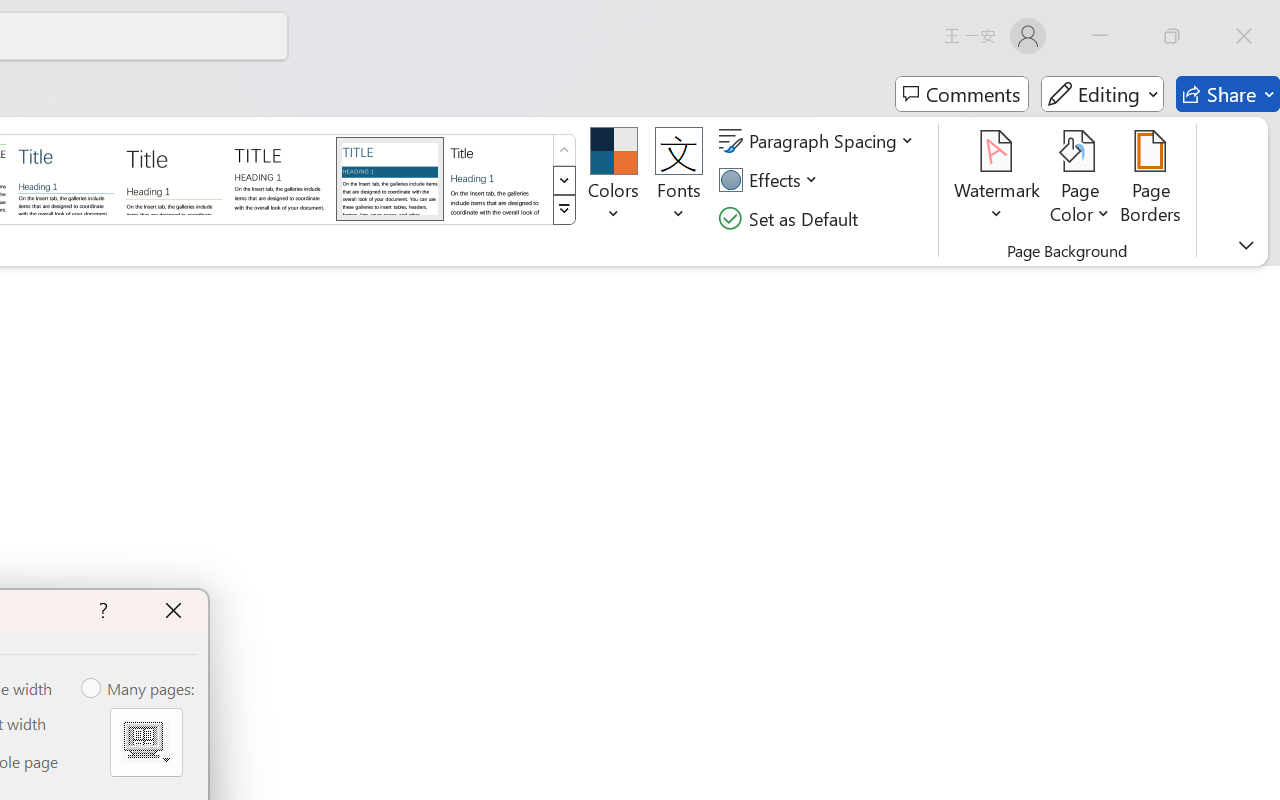 The height and width of the screenshot is (800, 1280). What do you see at coordinates (997, 179) in the screenshot?
I see `'Watermark'` at bounding box center [997, 179].